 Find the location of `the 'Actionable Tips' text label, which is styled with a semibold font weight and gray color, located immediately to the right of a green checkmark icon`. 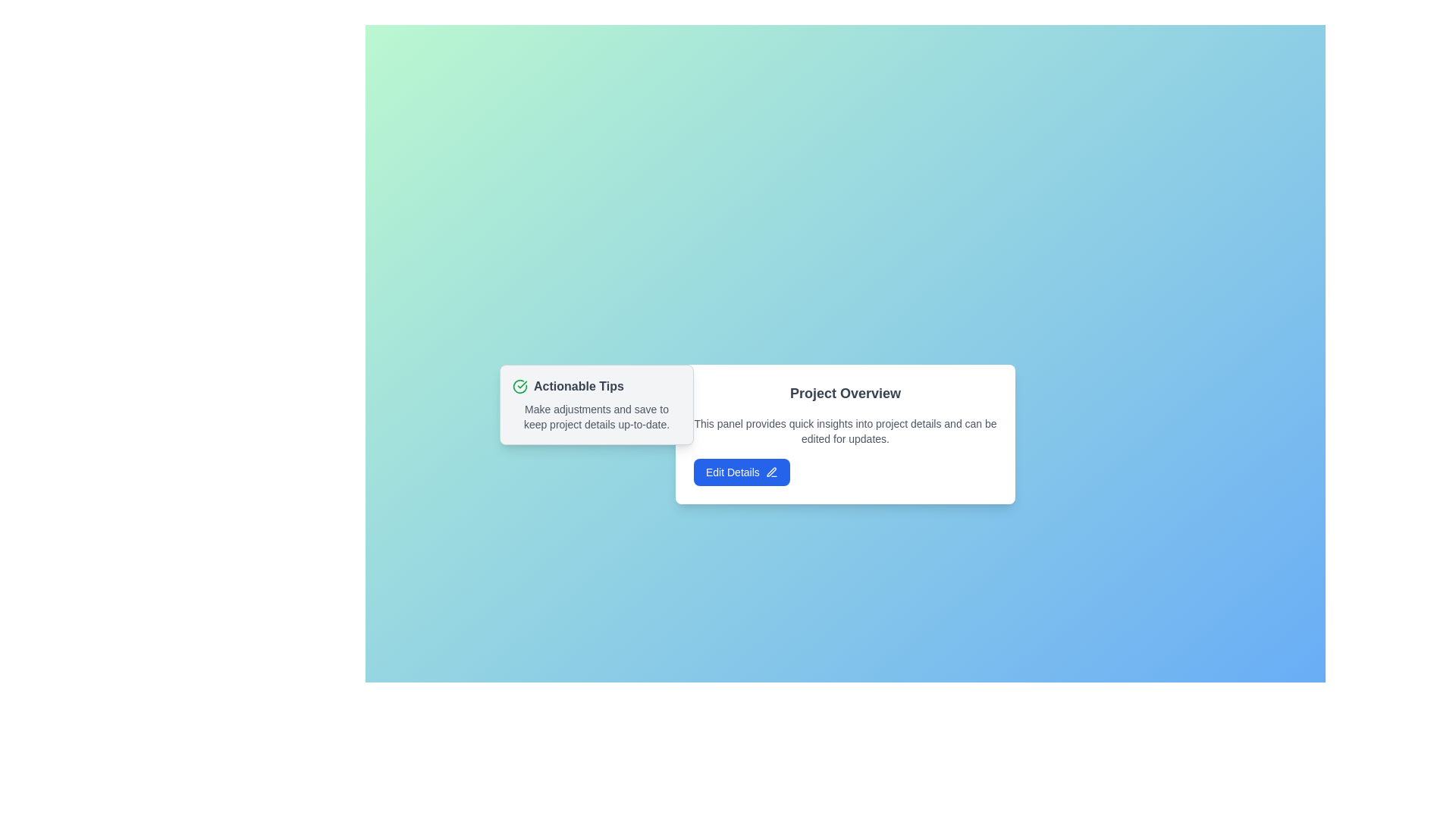

the 'Actionable Tips' text label, which is styled with a semibold font weight and gray color, located immediately to the right of a green checkmark icon is located at coordinates (578, 385).